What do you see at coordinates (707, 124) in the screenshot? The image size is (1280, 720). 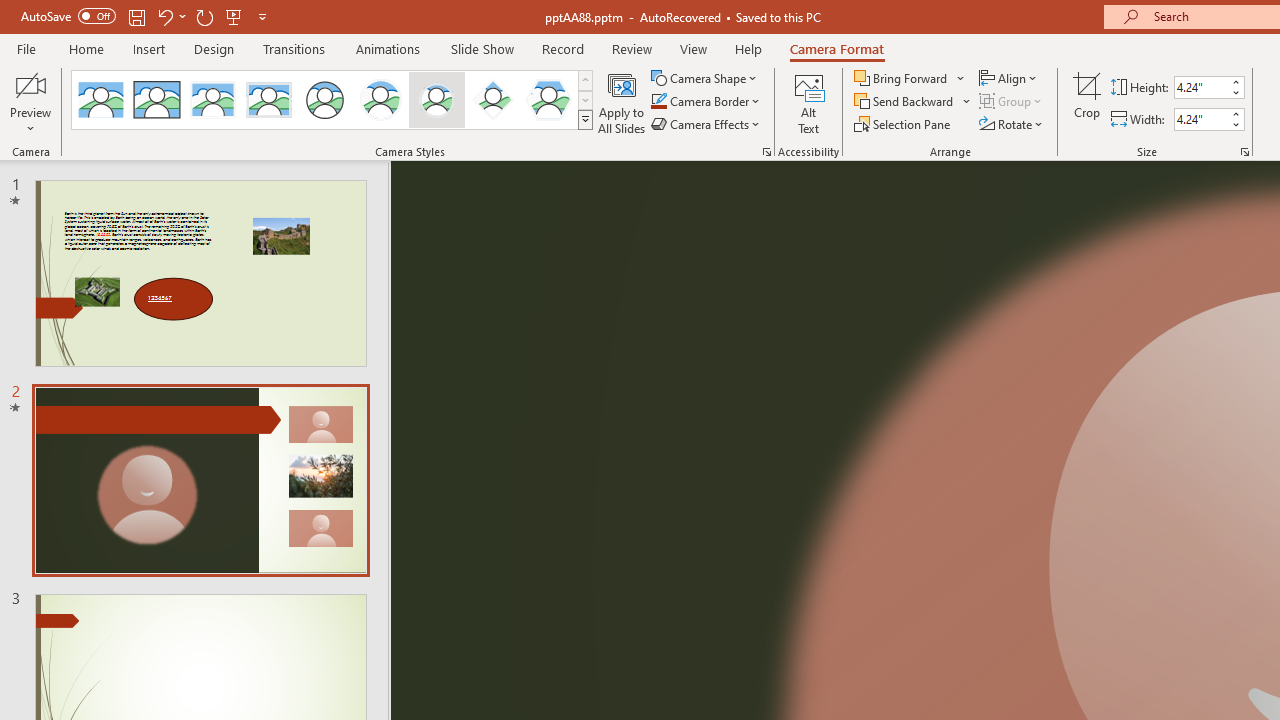 I see `'Camera Effects'` at bounding box center [707, 124].